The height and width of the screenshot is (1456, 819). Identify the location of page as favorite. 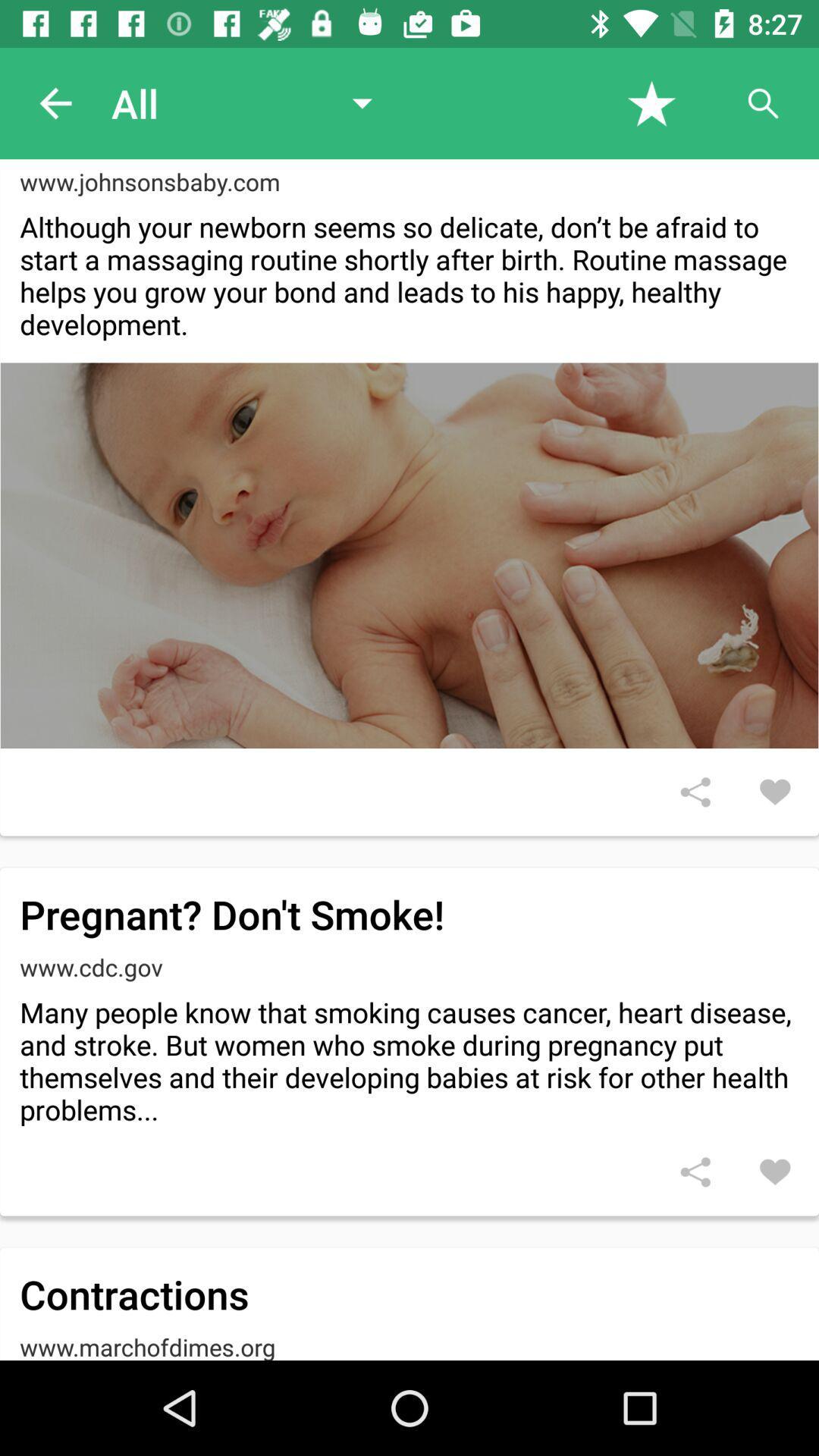
(651, 102).